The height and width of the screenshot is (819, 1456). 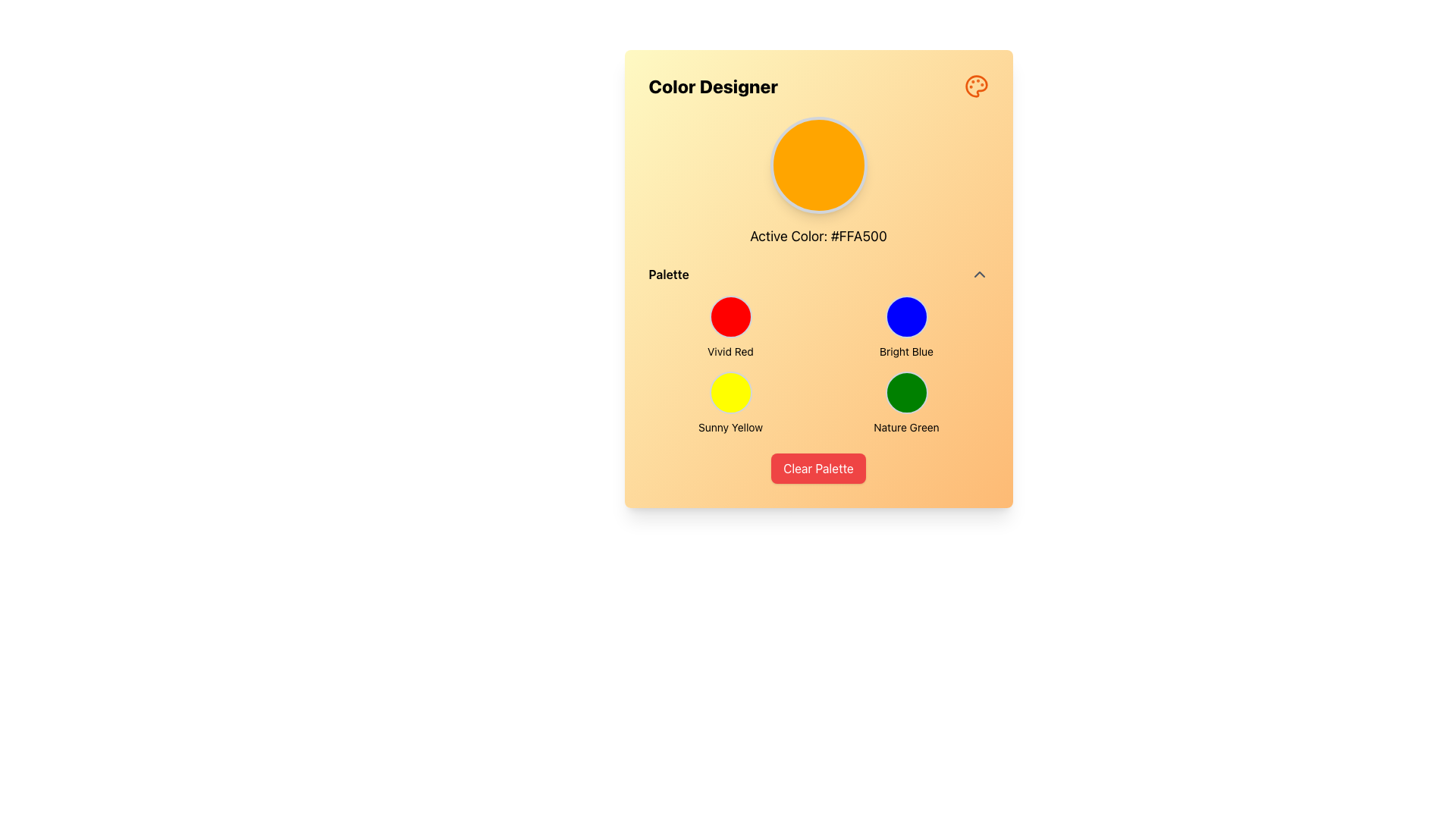 What do you see at coordinates (906, 351) in the screenshot?
I see `the text label 'Bright Blue' located in the 'Color Designer' dialog under the 'Palette' section` at bounding box center [906, 351].